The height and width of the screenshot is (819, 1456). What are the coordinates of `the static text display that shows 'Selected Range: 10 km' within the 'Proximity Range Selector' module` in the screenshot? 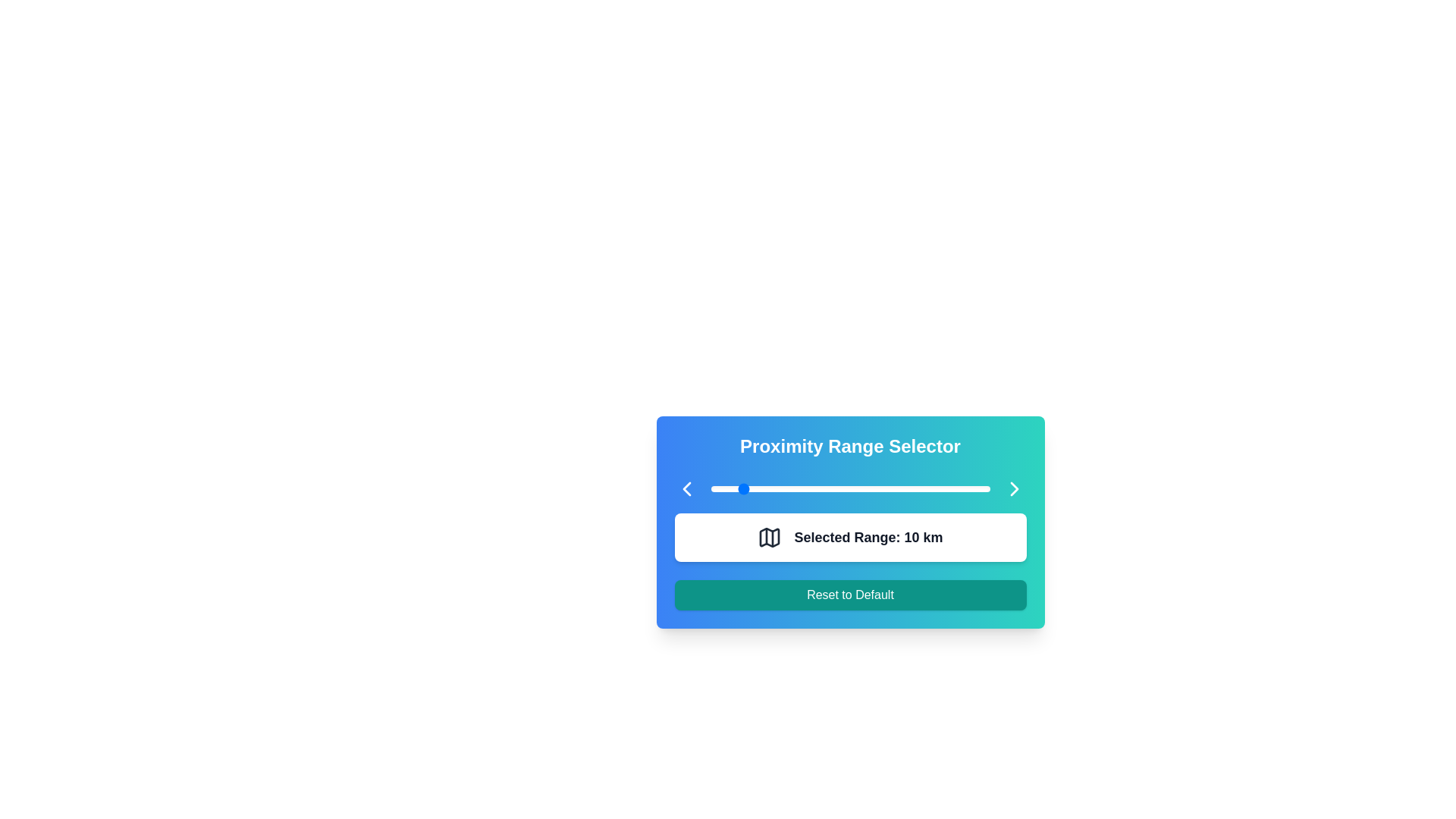 It's located at (868, 537).